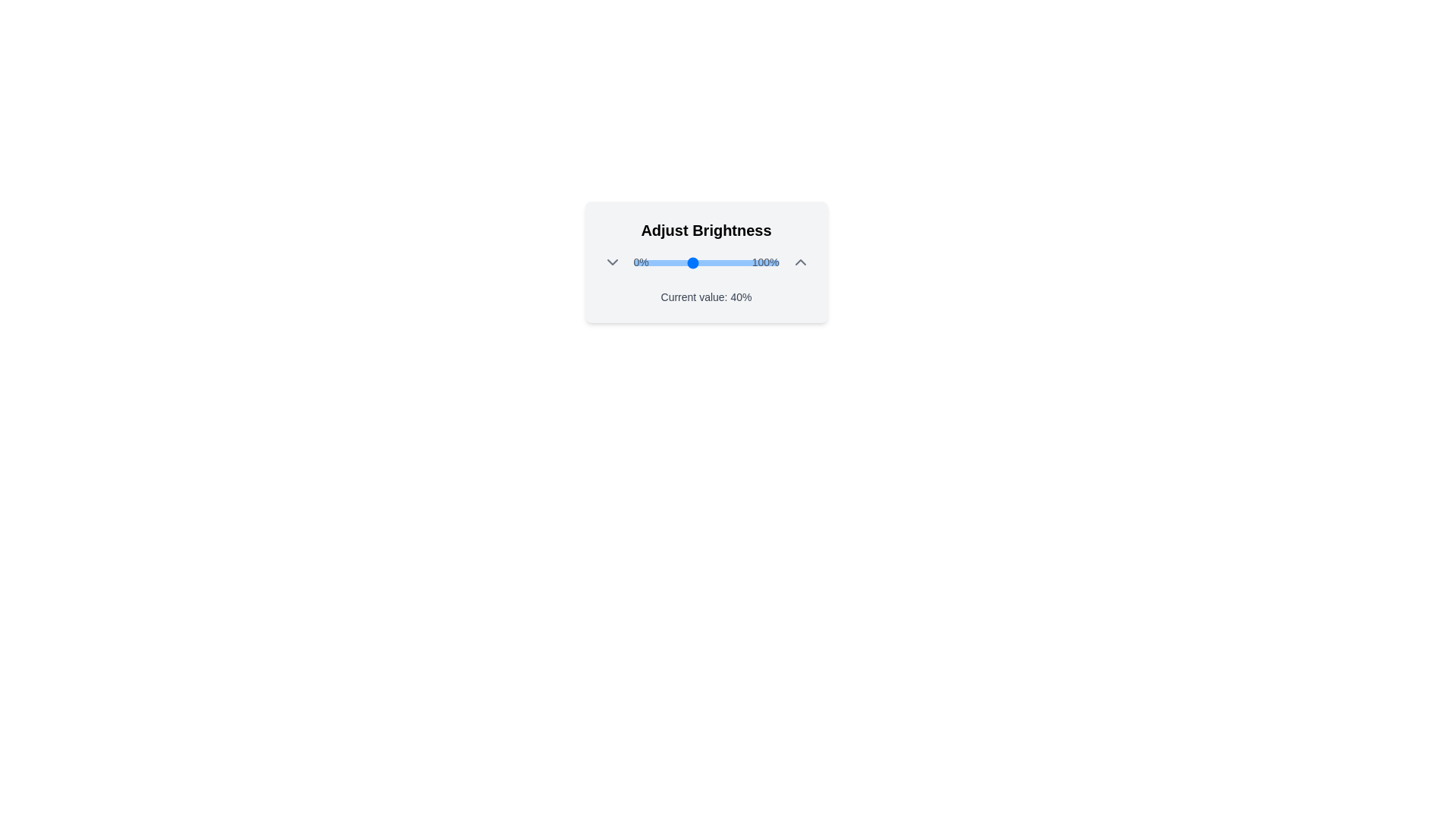 This screenshot has height=819, width=1456. Describe the element at coordinates (641, 262) in the screenshot. I see `the Static Text displaying '0%' located above 'Current value: 40%' and below 'Adjust Brightness' in the slider bar grouping` at that location.